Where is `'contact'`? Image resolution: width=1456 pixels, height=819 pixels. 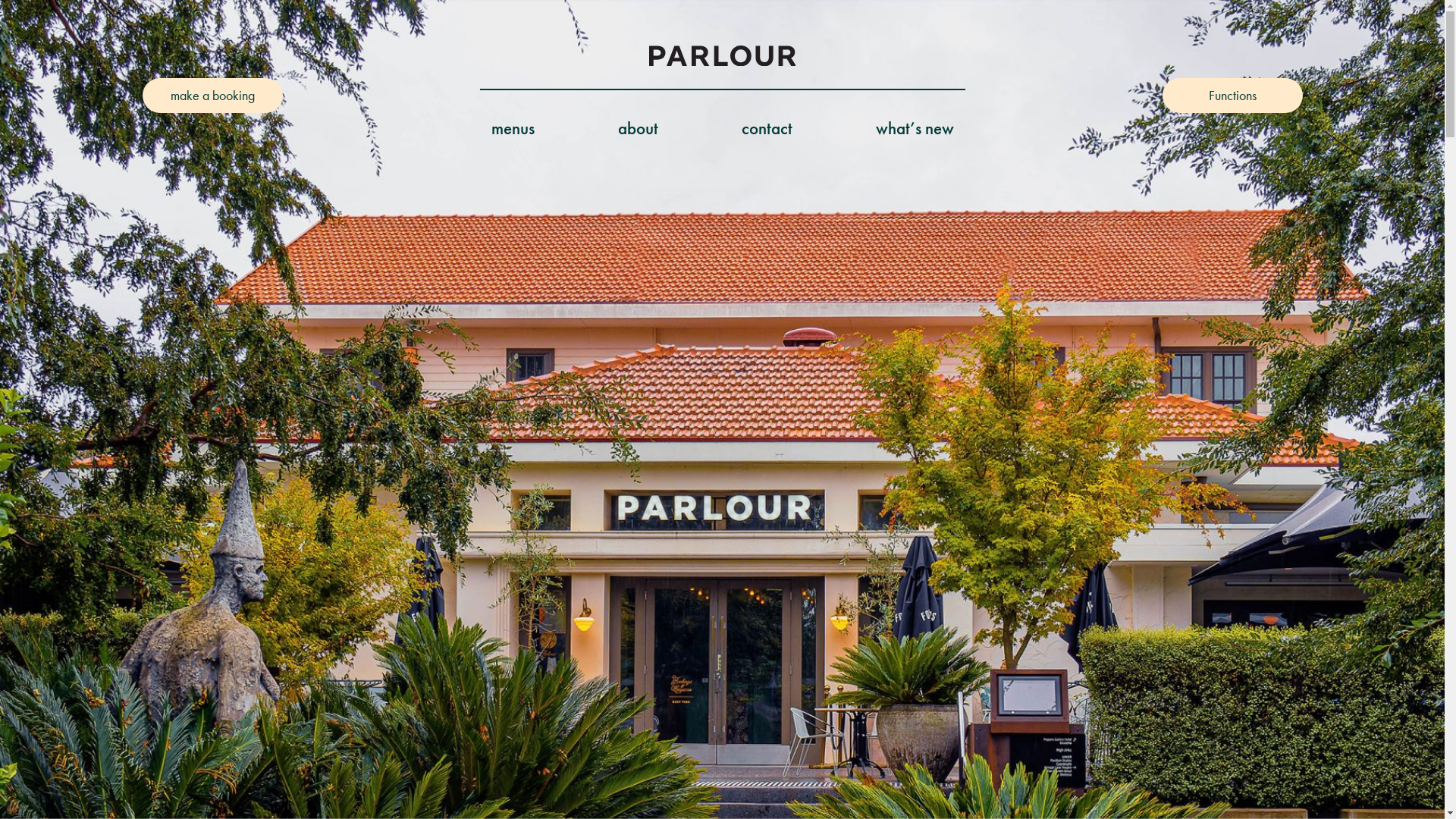 'contact' is located at coordinates (767, 128).